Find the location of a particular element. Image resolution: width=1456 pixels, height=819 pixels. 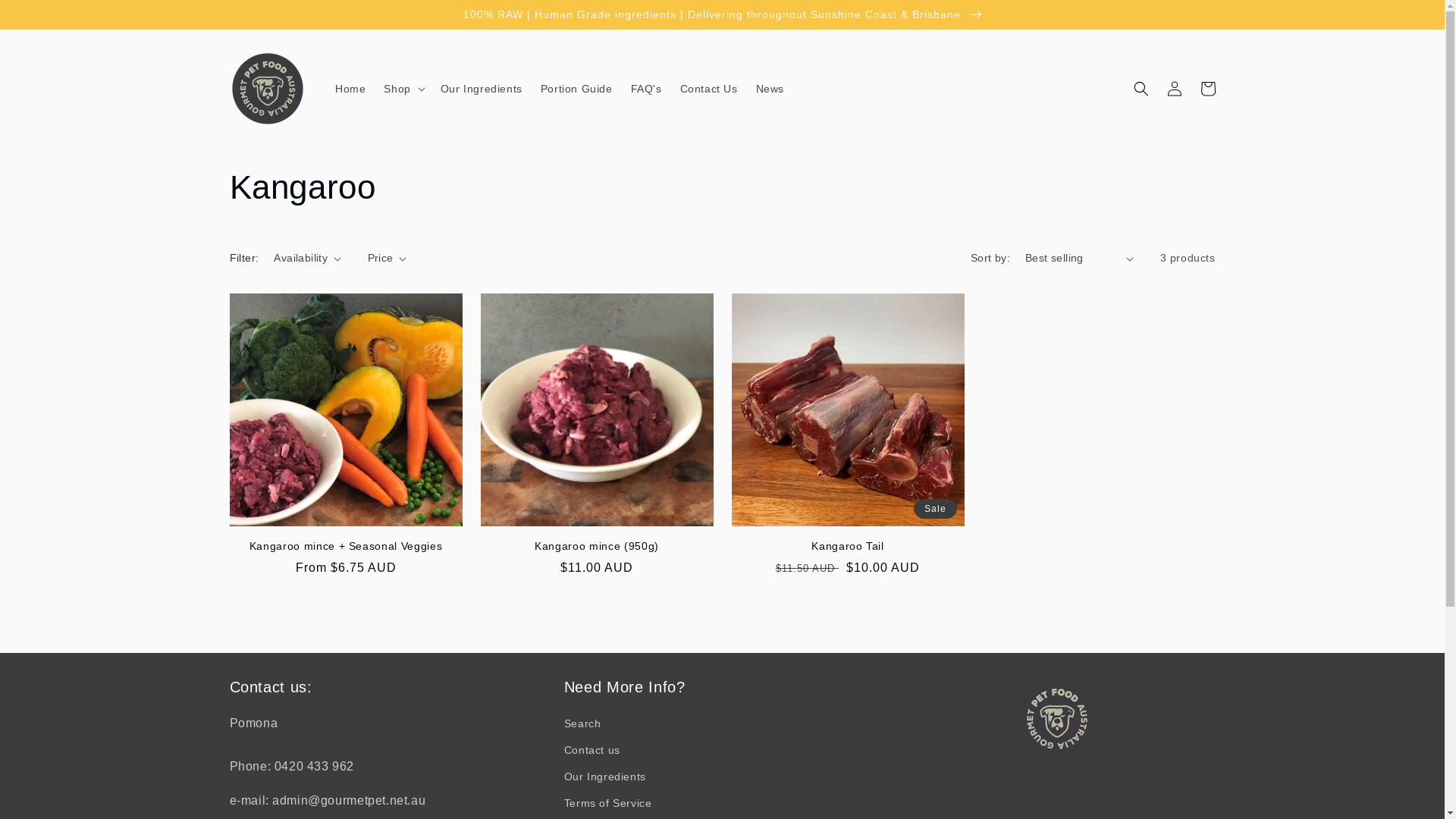

'Log in' is located at coordinates (1173, 88).